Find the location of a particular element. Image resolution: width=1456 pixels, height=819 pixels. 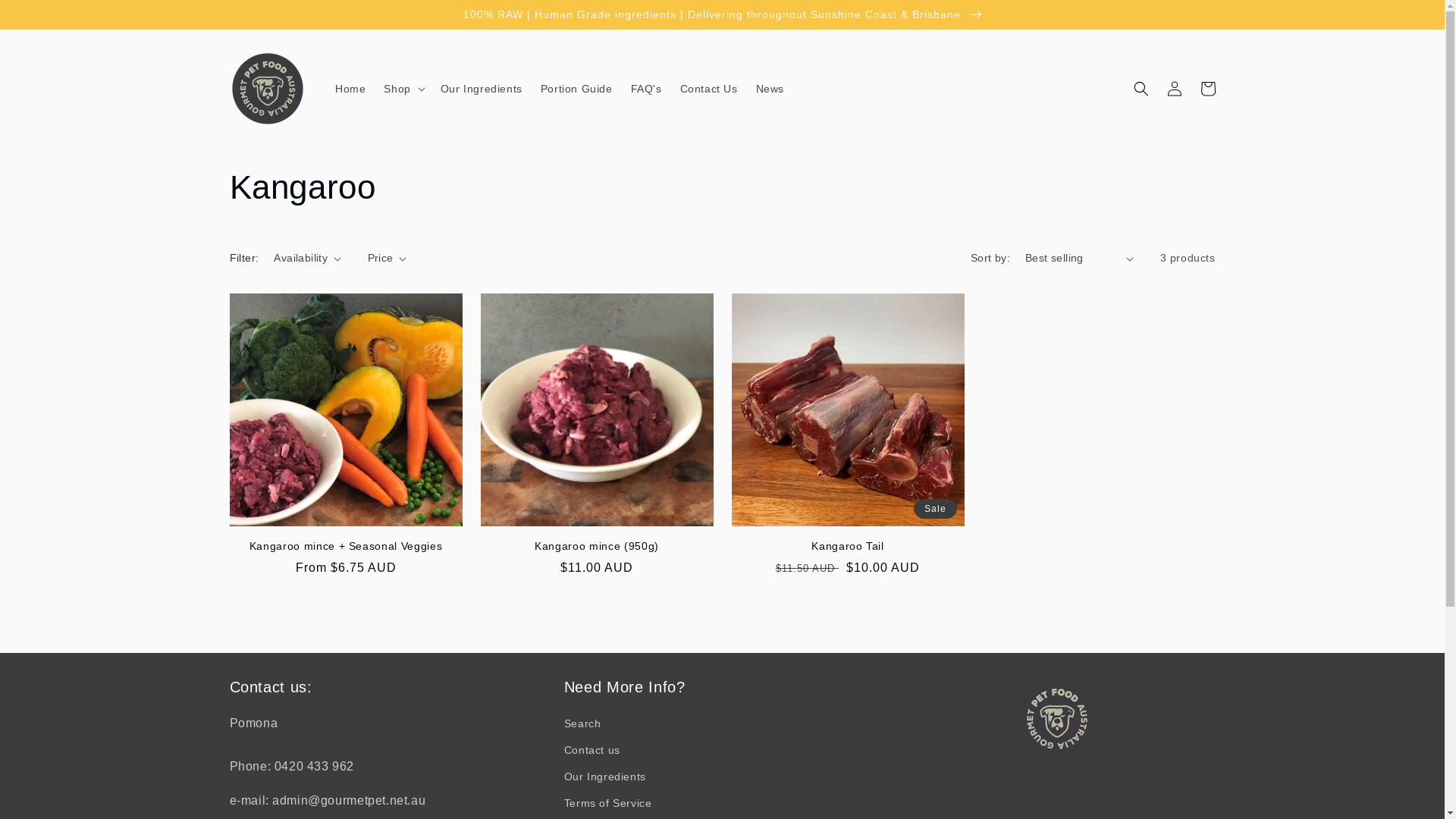

'Log in' is located at coordinates (1173, 88).